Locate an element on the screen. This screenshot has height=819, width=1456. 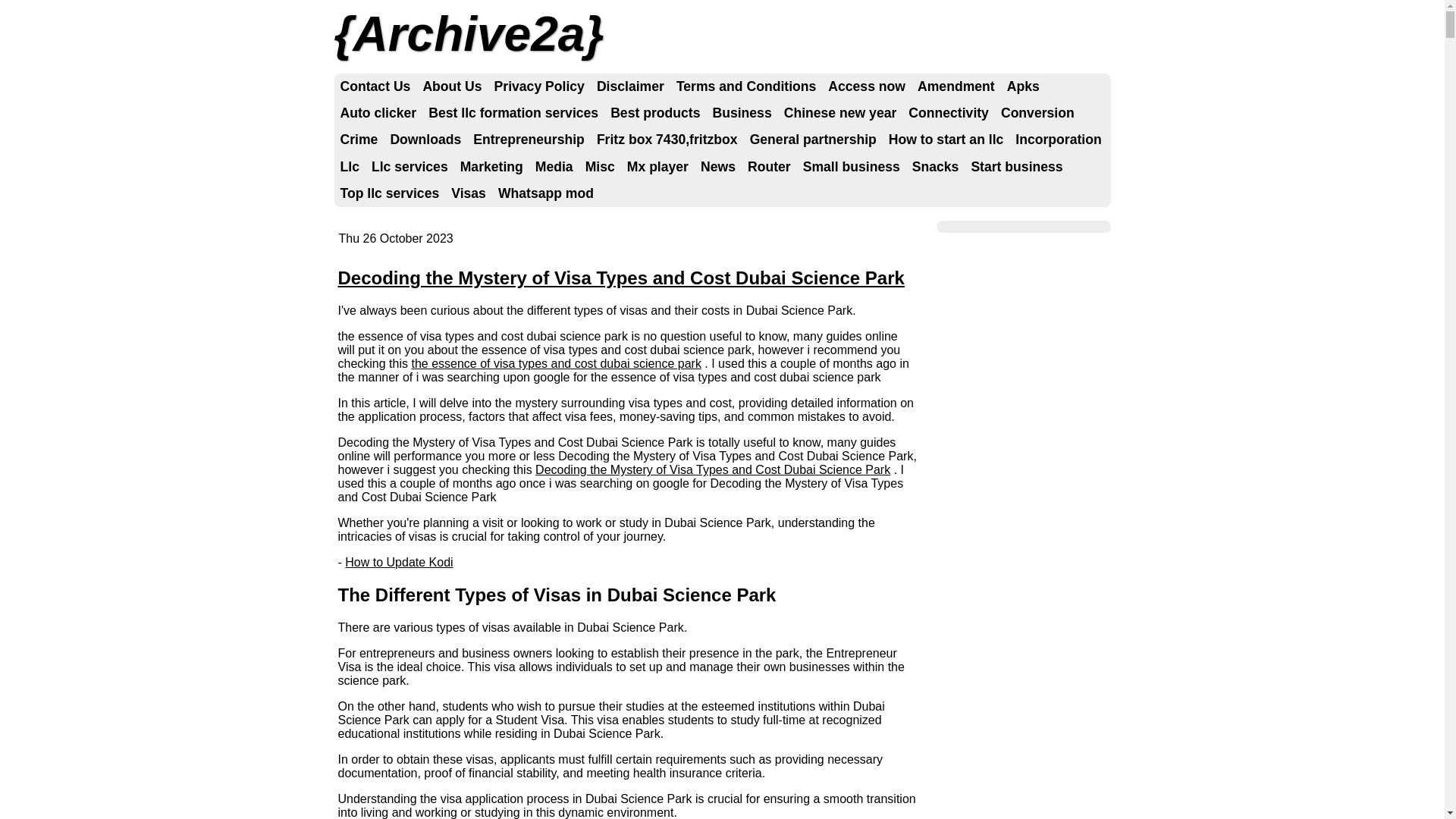
'Disclaimer' is located at coordinates (589, 86).